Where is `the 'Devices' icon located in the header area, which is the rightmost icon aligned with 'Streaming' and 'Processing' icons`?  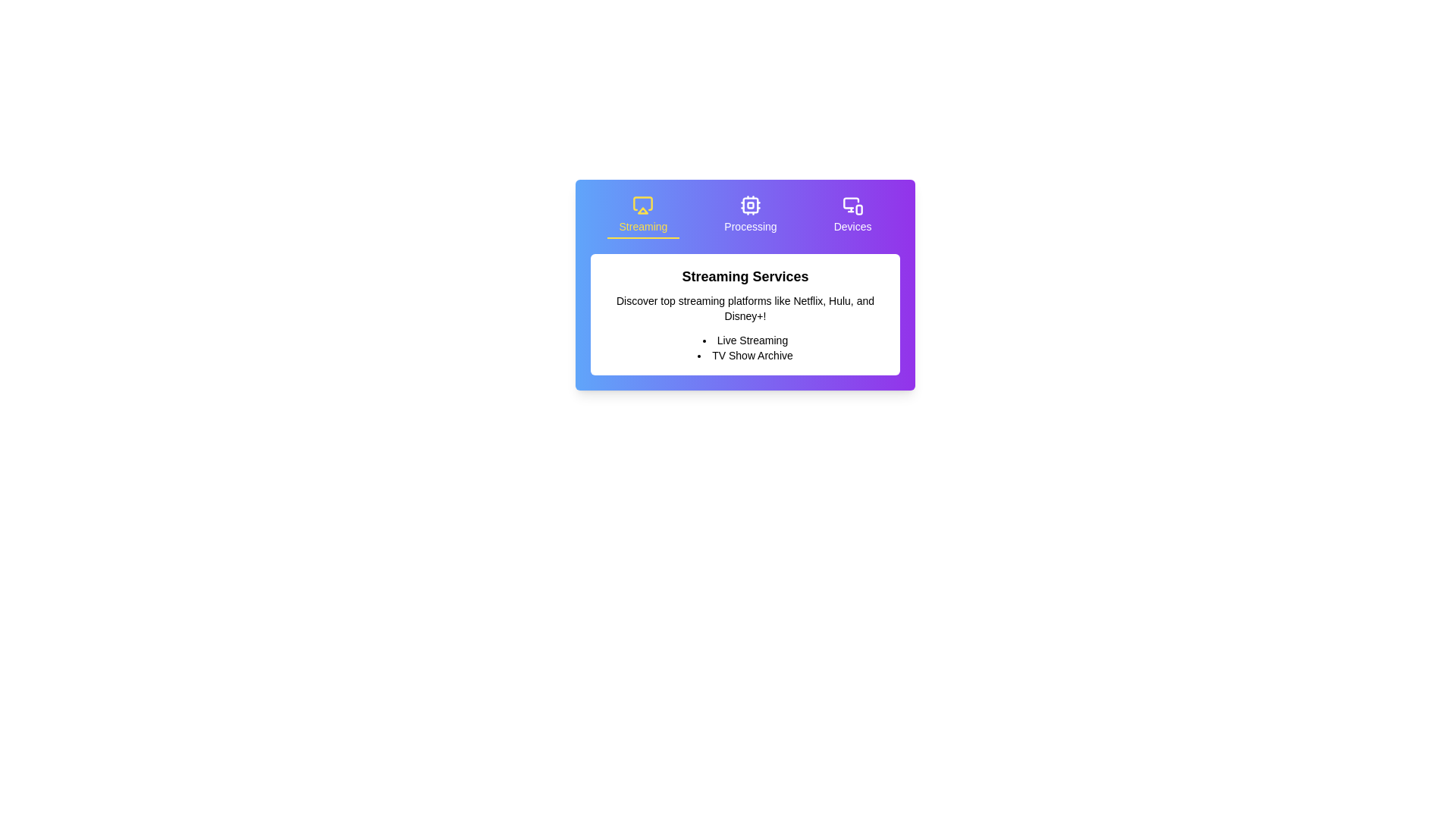
the 'Devices' icon located in the header area, which is the rightmost icon aligned with 'Streaming' and 'Processing' icons is located at coordinates (852, 205).